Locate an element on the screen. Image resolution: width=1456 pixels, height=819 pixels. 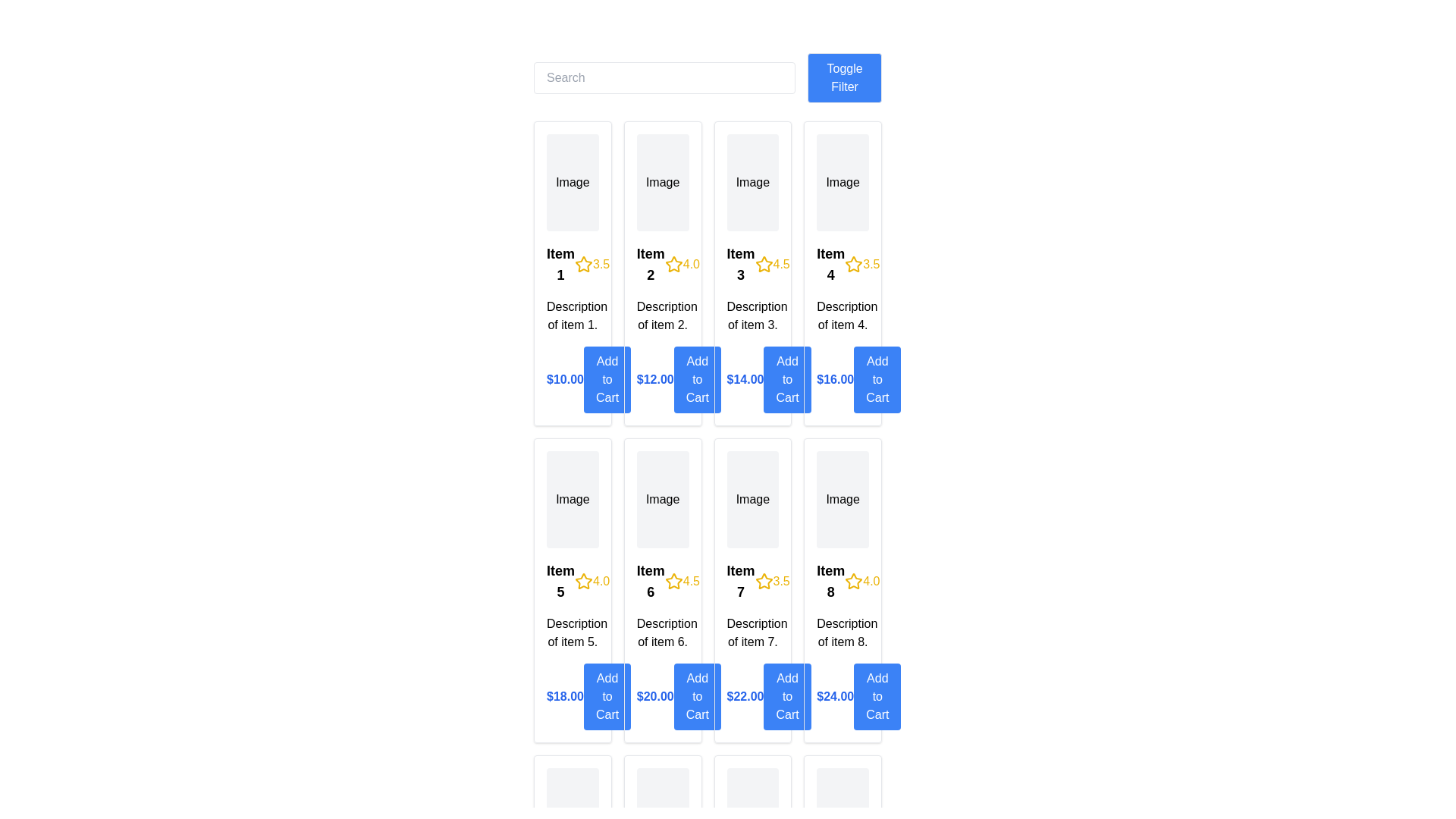
text from the label displaying 'Item 8', which is bold and slightly larger than surrounding text, located at the bottom of a grid cell in the rightmost column, fourth row is located at coordinates (830, 581).